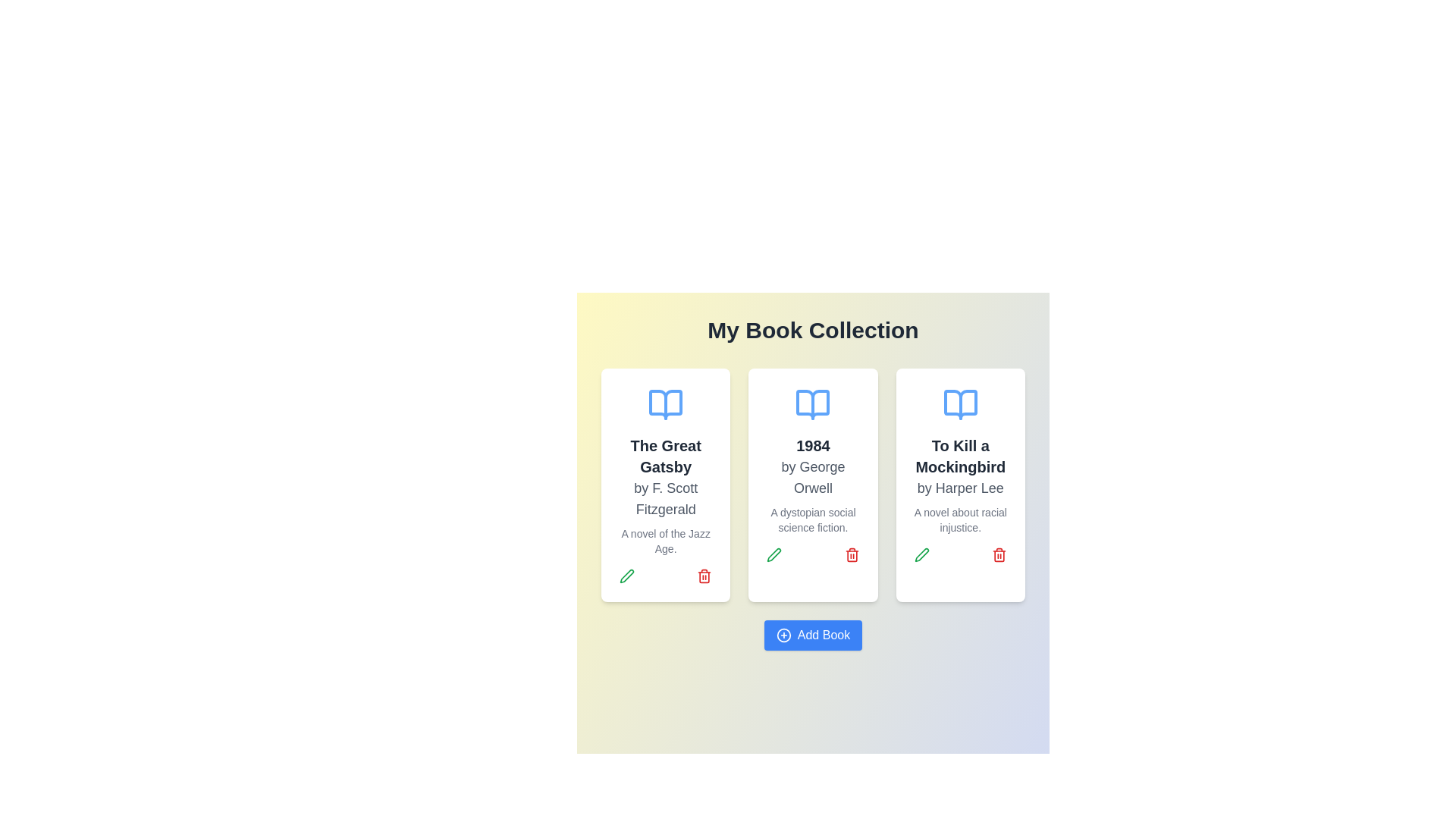 The width and height of the screenshot is (1456, 819). What do you see at coordinates (921, 555) in the screenshot?
I see `the green edit icon resembling a pen located below the book title and author information for 'To Kill a Mockingbird' in the 'My Book Collection' section` at bounding box center [921, 555].